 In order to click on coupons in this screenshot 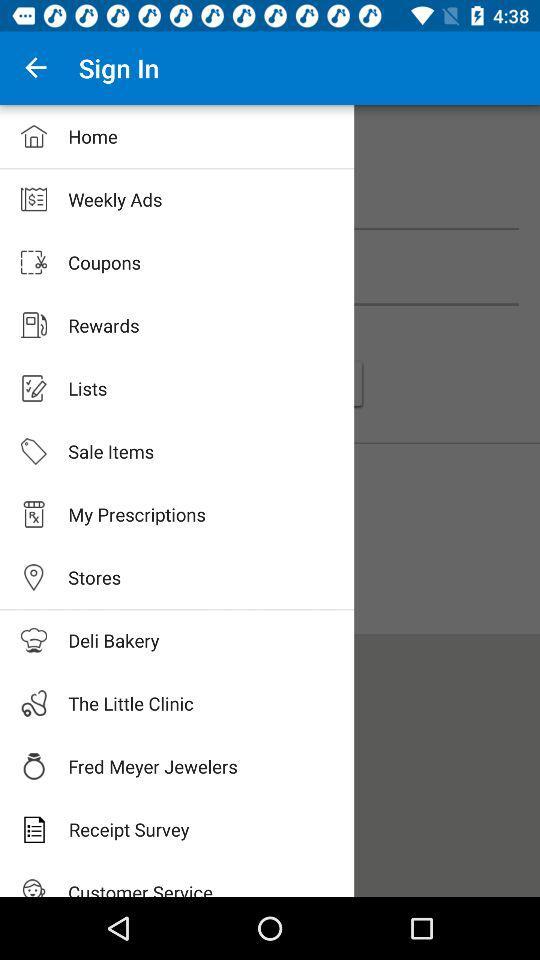, I will do `click(270, 284)`.